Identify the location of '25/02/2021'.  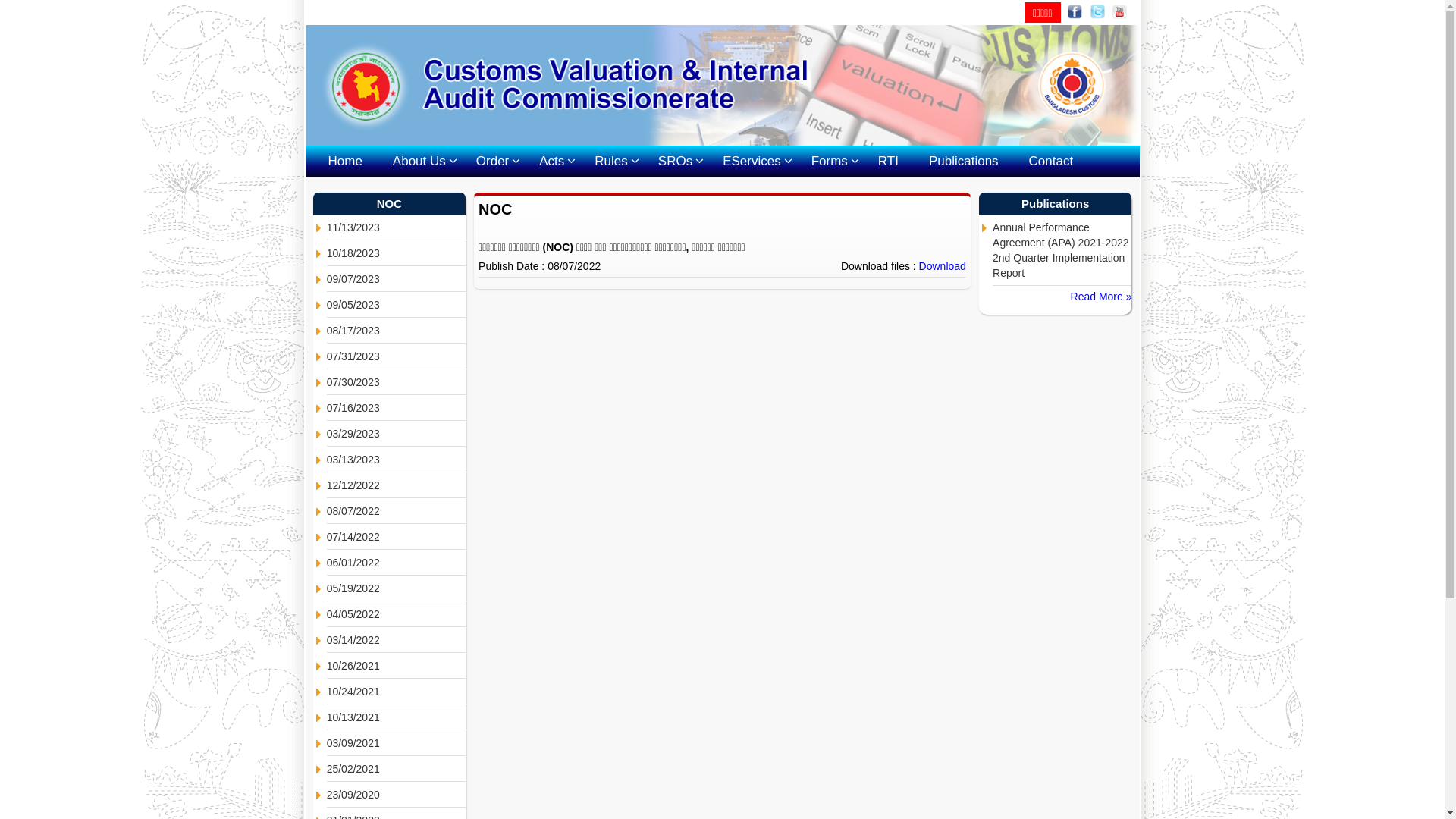
(326, 769).